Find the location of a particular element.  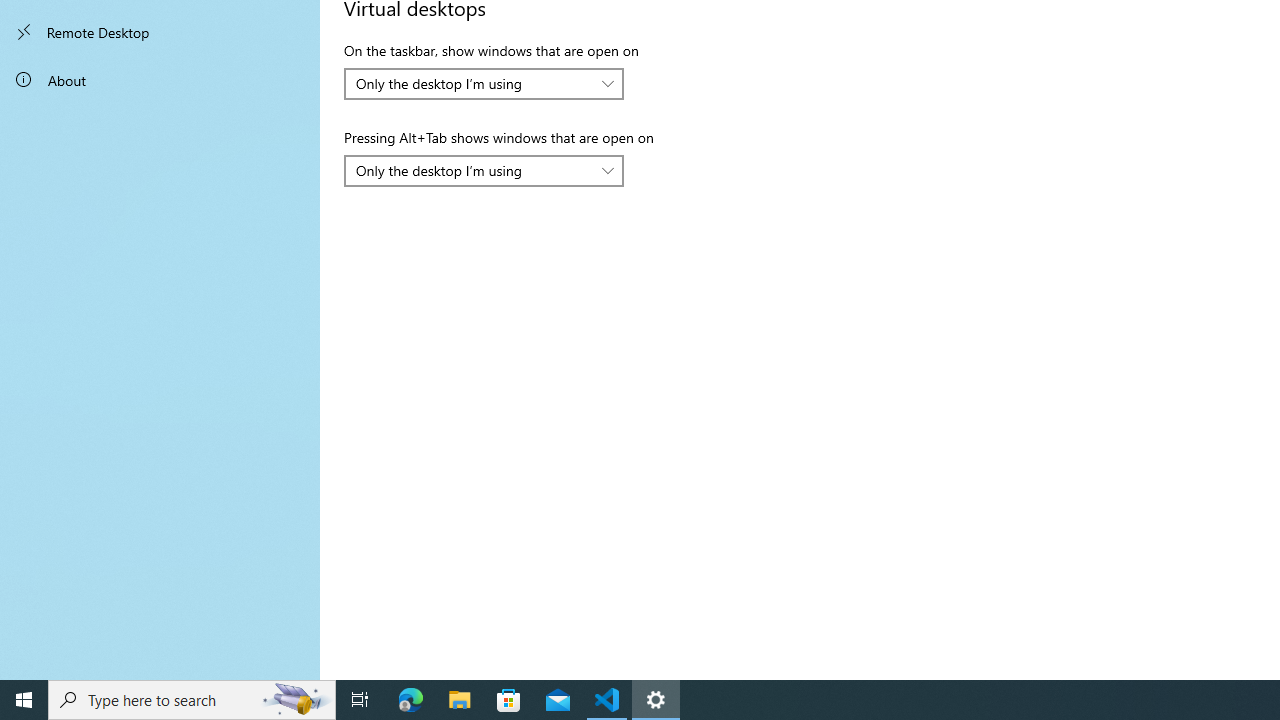

'Remote Desktop' is located at coordinates (160, 32).